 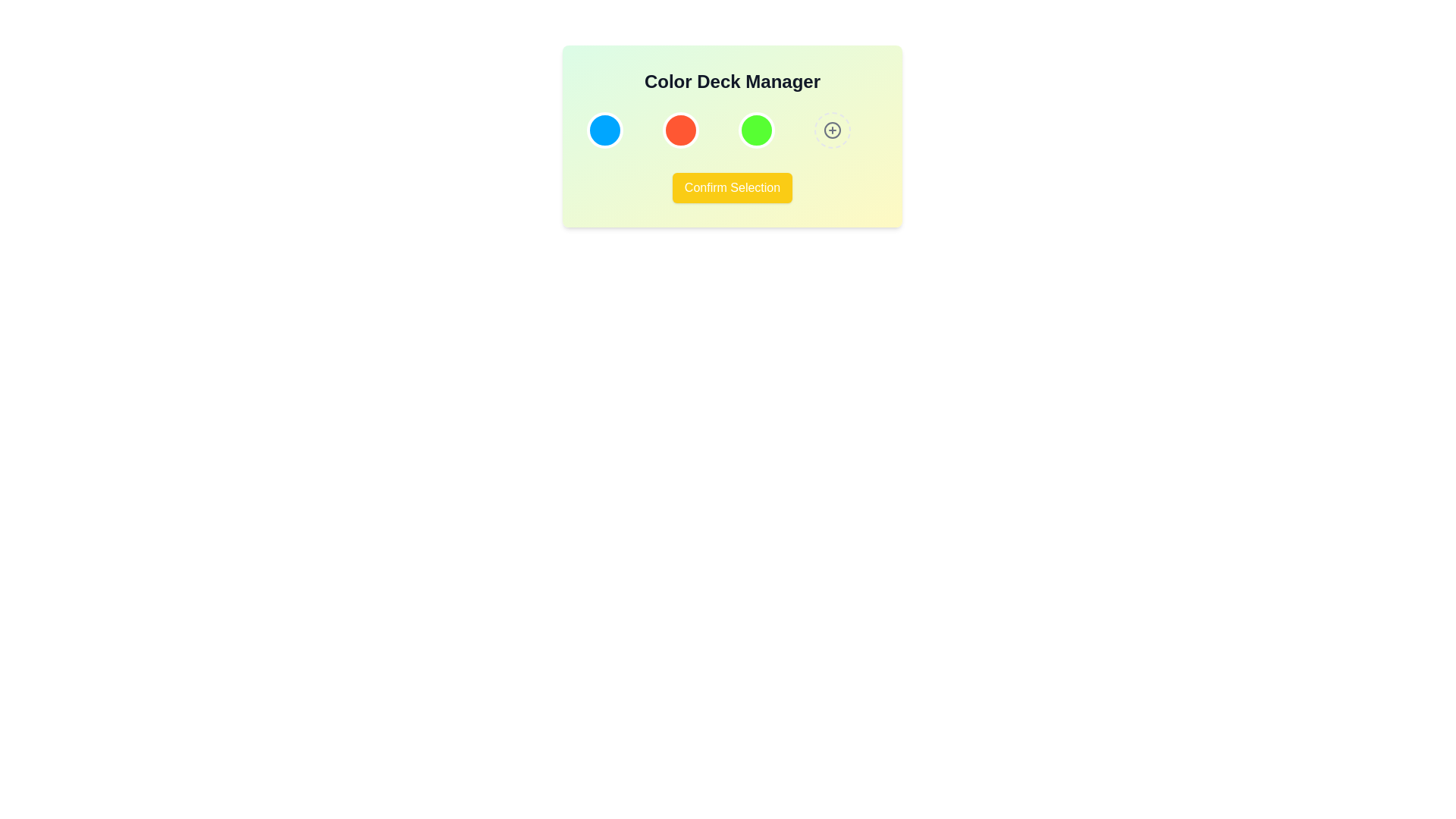 What do you see at coordinates (832, 130) in the screenshot?
I see `the circular button icon with a plus symbol in the center to potentially display a tooltip or highlight` at bounding box center [832, 130].